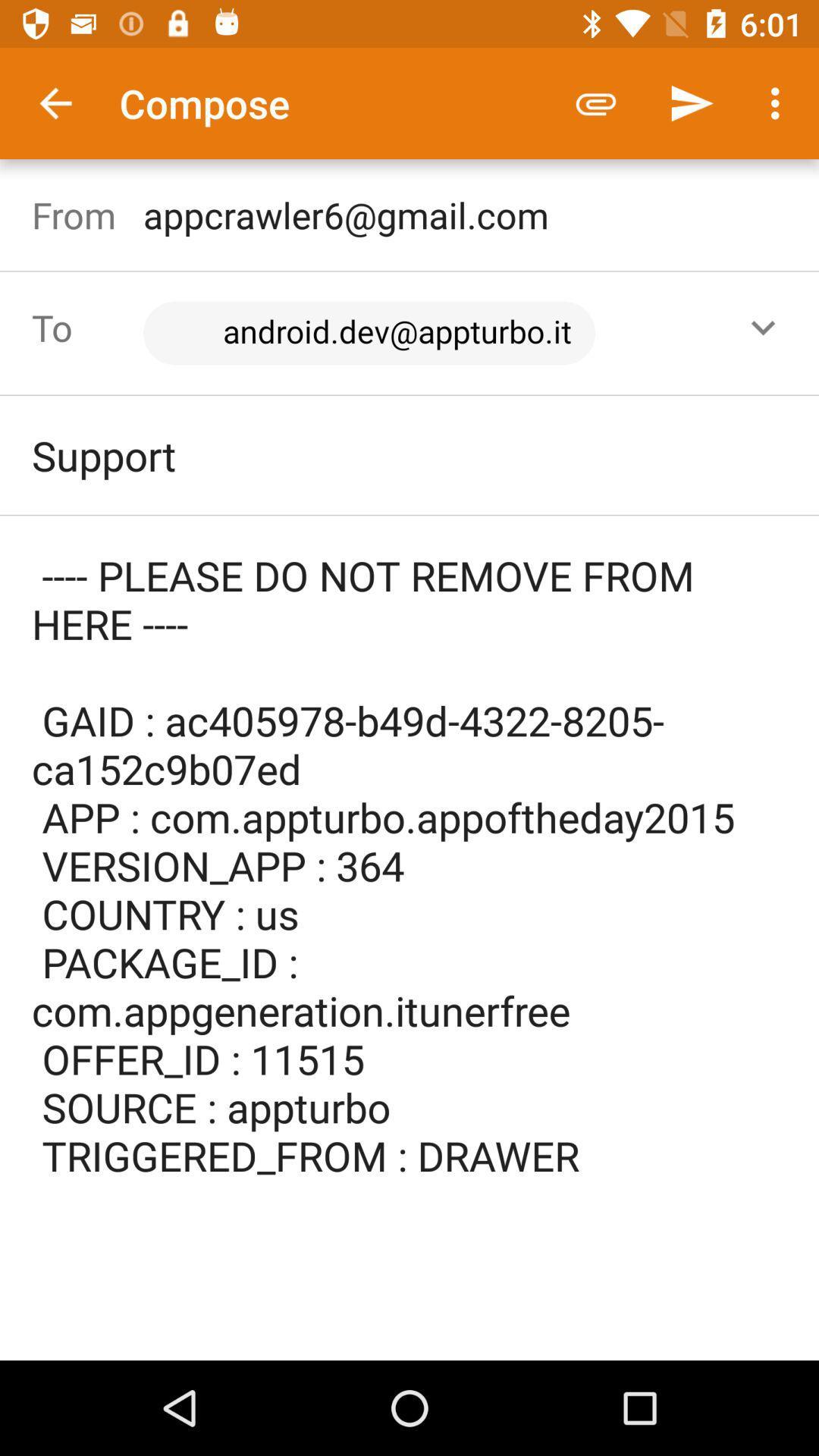 This screenshot has width=819, height=1456. Describe the element at coordinates (417, 332) in the screenshot. I see `the item next to from item` at that location.